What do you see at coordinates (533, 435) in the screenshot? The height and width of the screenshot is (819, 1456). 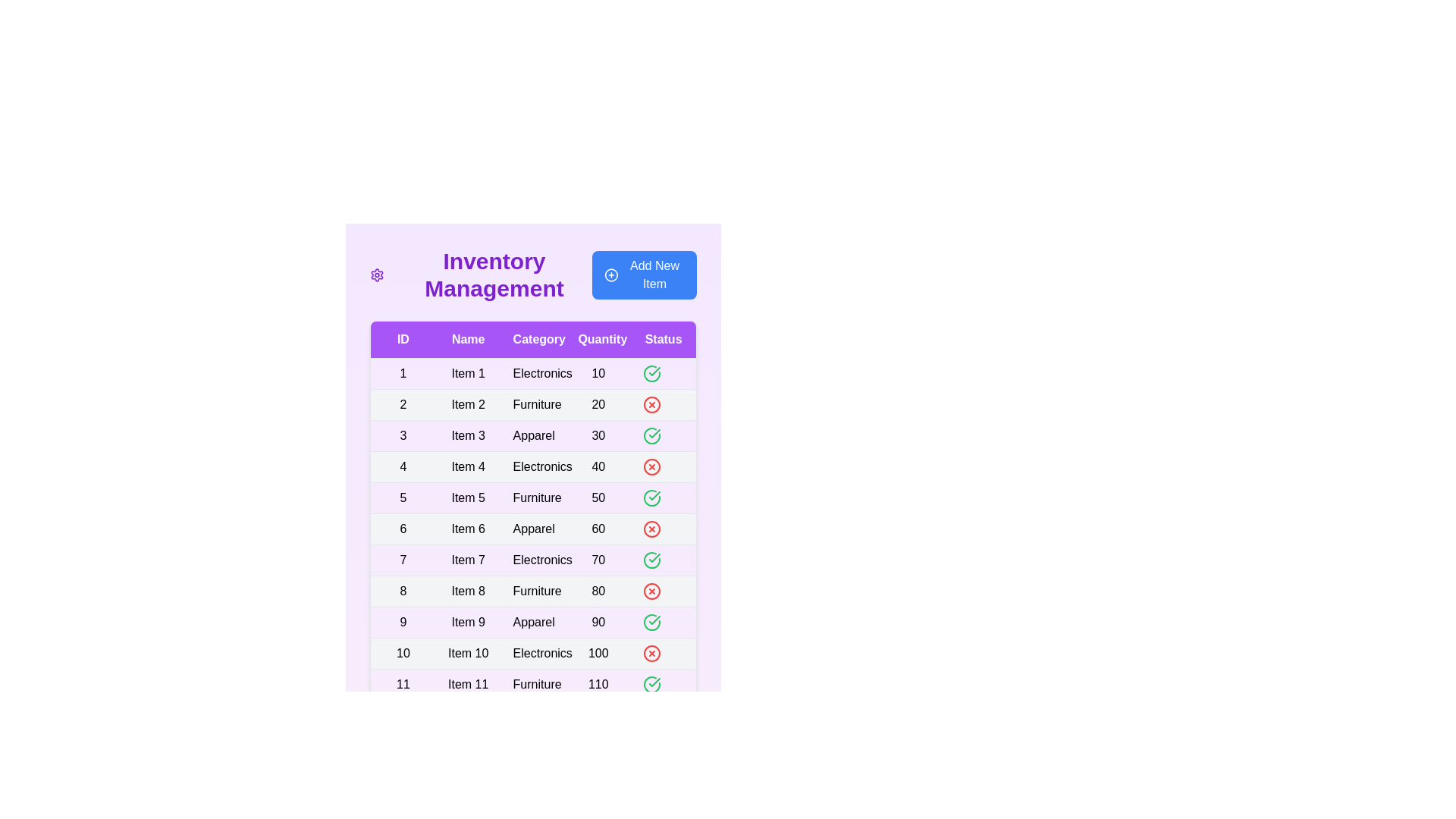 I see `the table row corresponding to 3` at bounding box center [533, 435].